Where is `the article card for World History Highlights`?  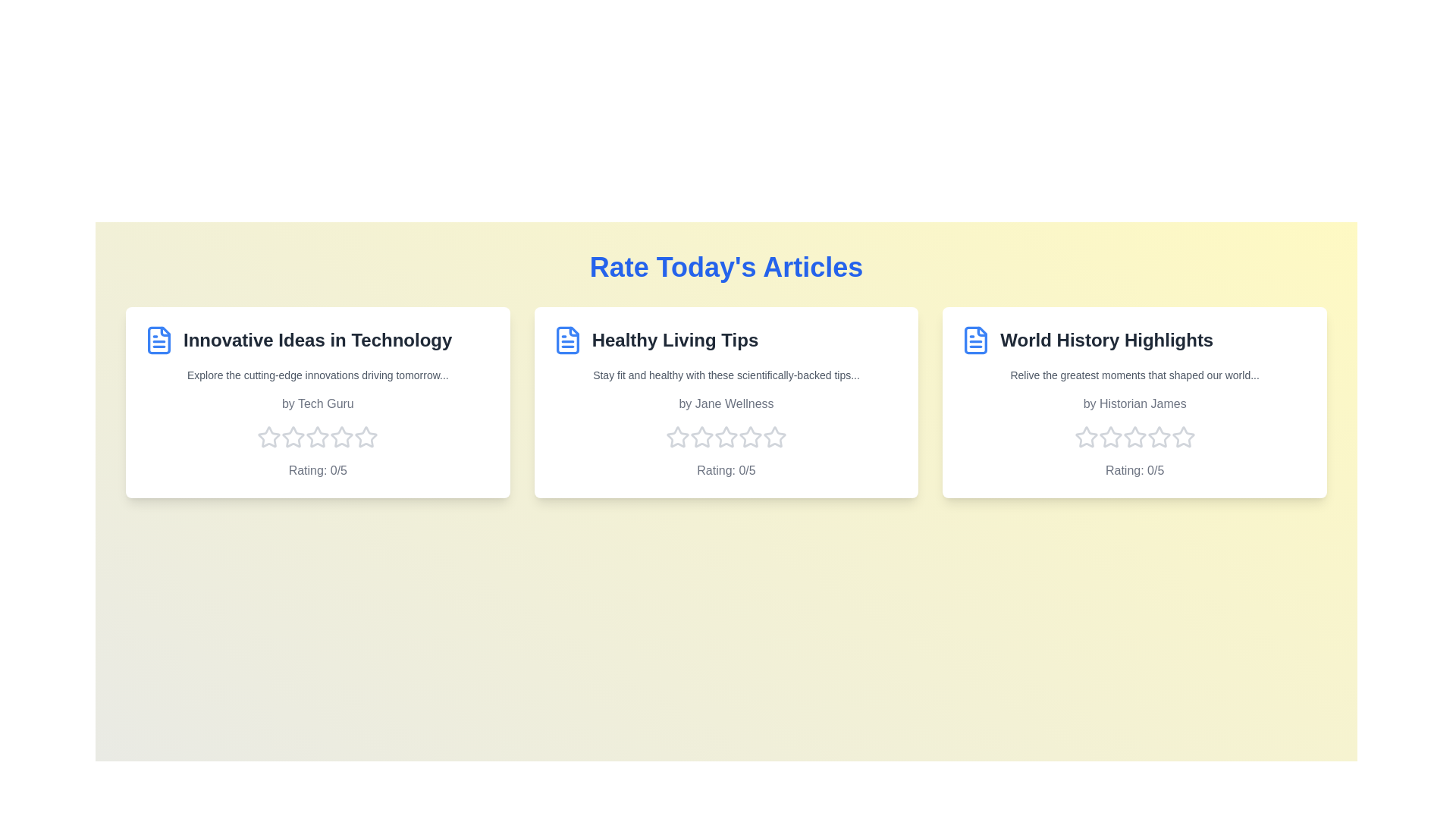
the article card for World History Highlights is located at coordinates (1134, 402).